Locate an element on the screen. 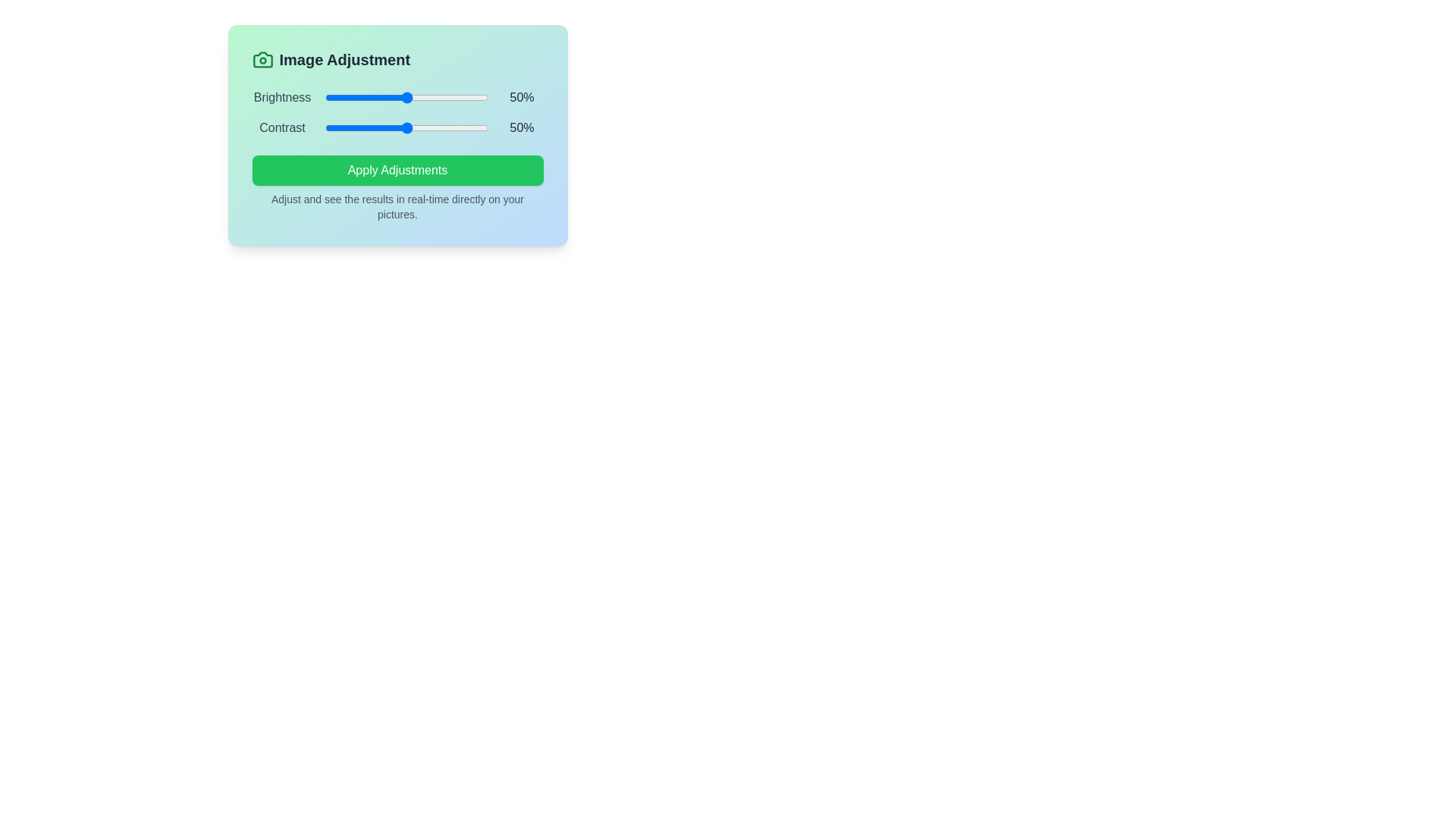 The height and width of the screenshot is (819, 1456). the contrast slider to 55% is located at coordinates (415, 127).